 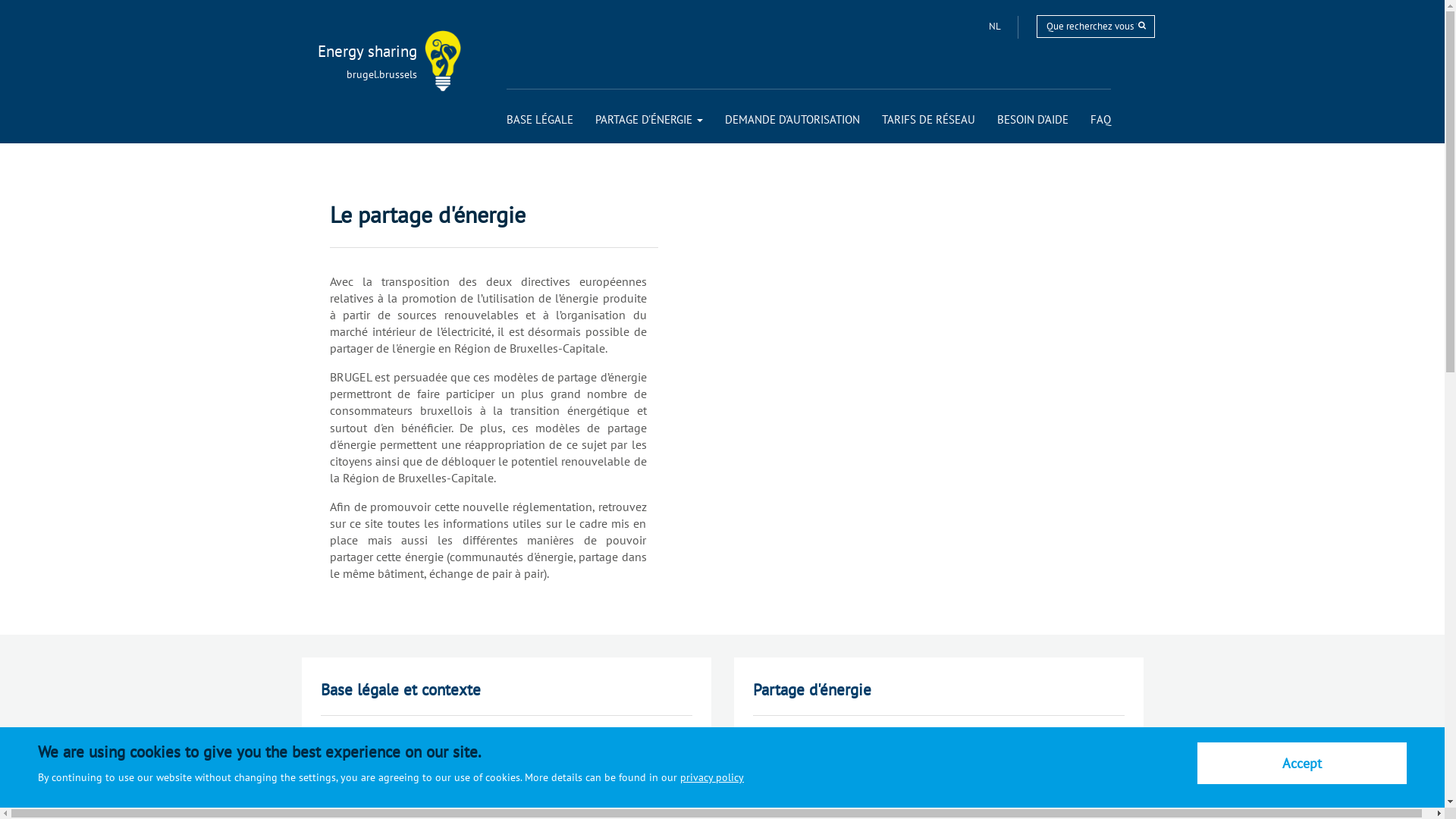 What do you see at coordinates (1031, 118) in the screenshot?
I see `'BESOIN D'AIDE'` at bounding box center [1031, 118].